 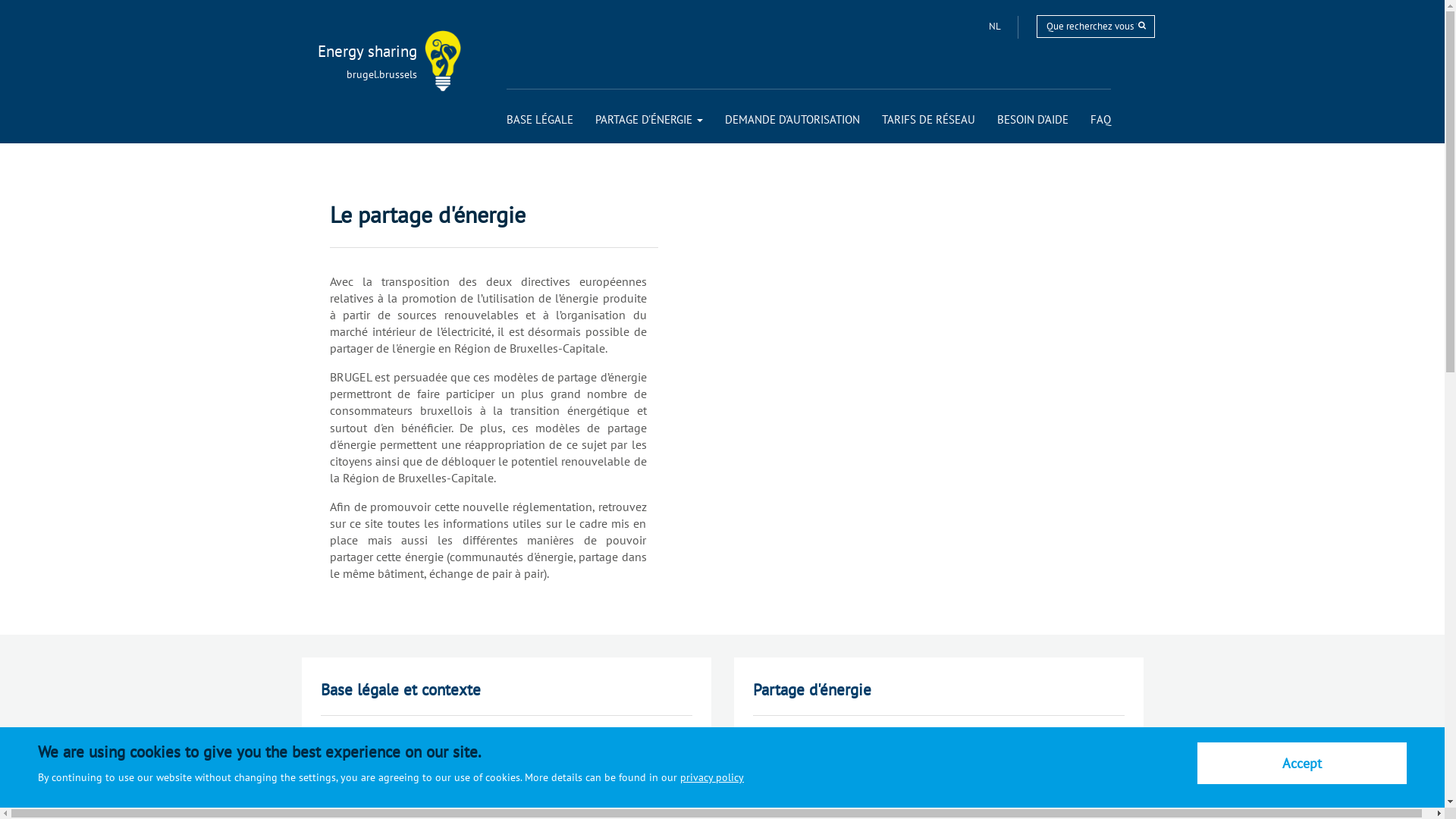 What do you see at coordinates (1031, 118) in the screenshot?
I see `'BESOIN D'AIDE'` at bounding box center [1031, 118].